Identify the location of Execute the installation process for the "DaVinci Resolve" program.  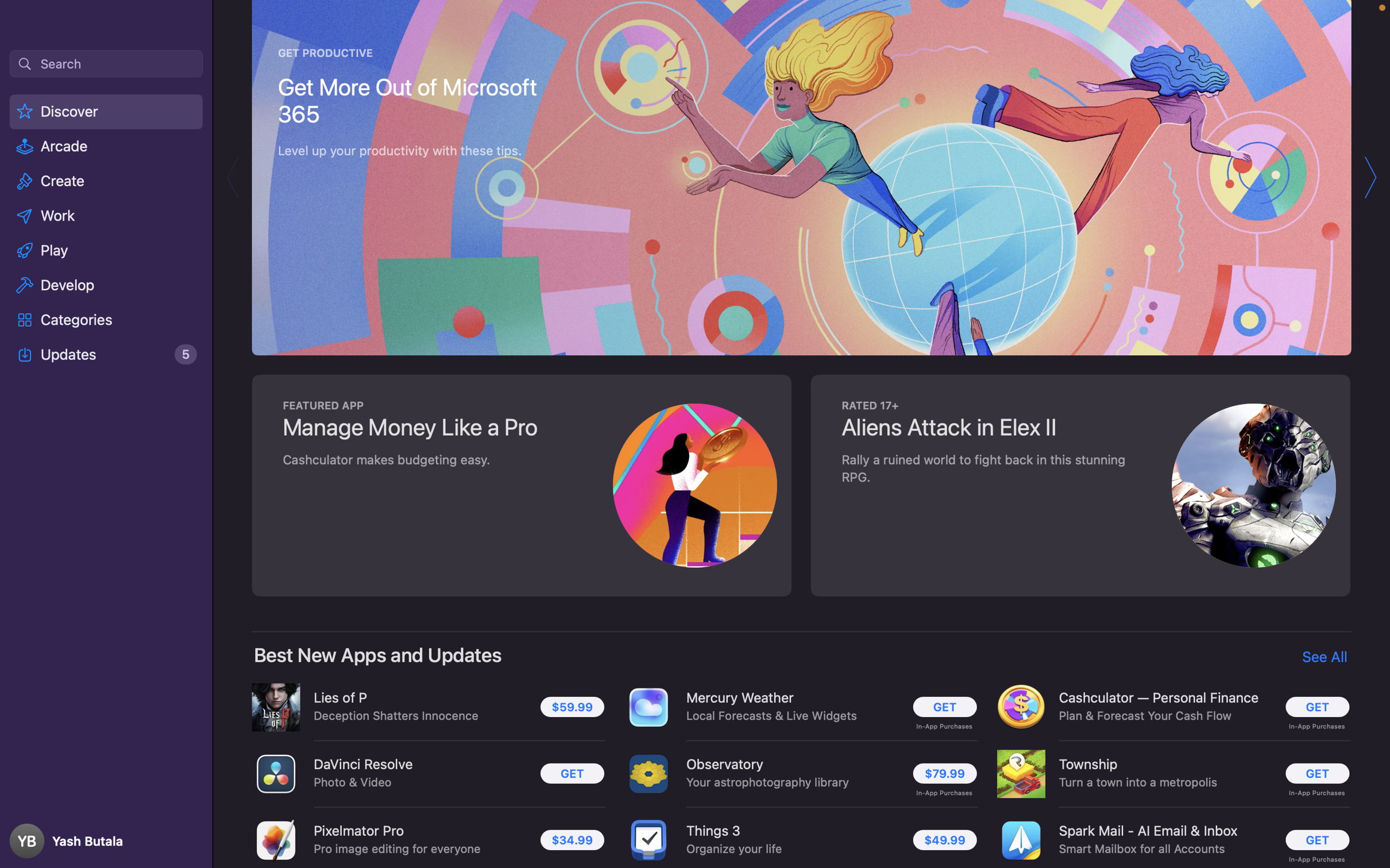
(569, 773).